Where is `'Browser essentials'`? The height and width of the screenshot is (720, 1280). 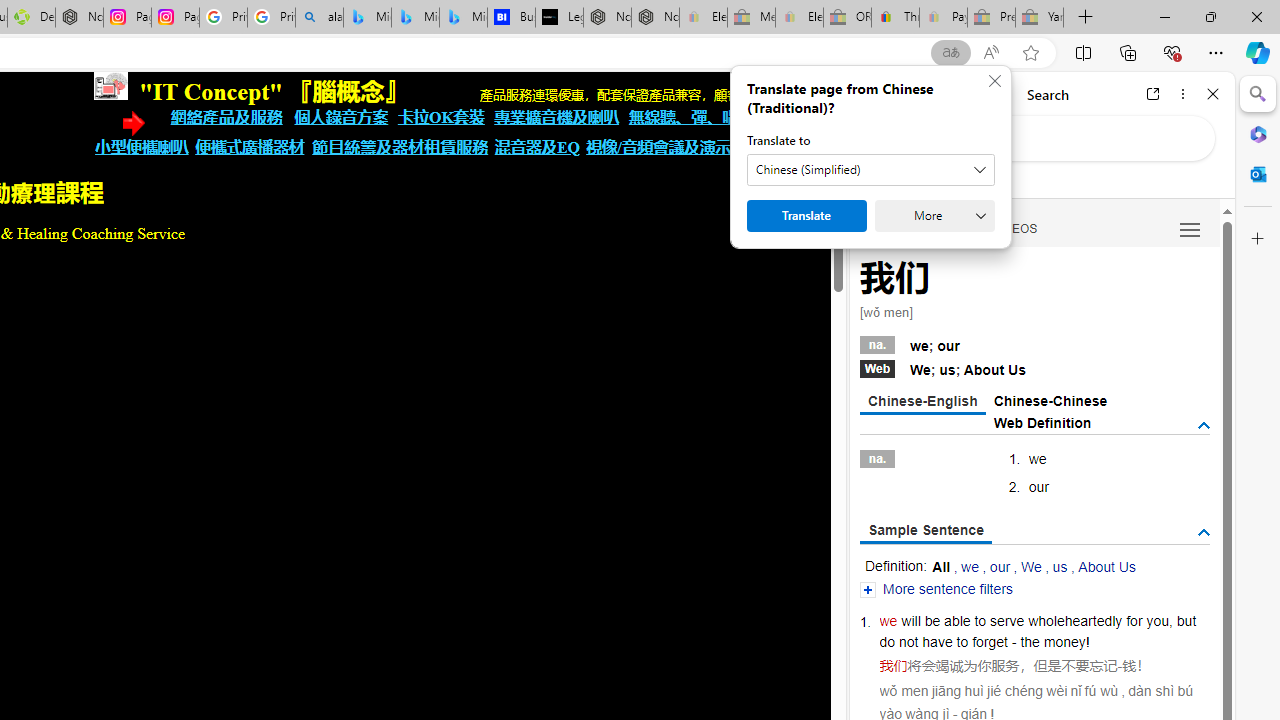 'Browser essentials' is located at coordinates (1171, 51).